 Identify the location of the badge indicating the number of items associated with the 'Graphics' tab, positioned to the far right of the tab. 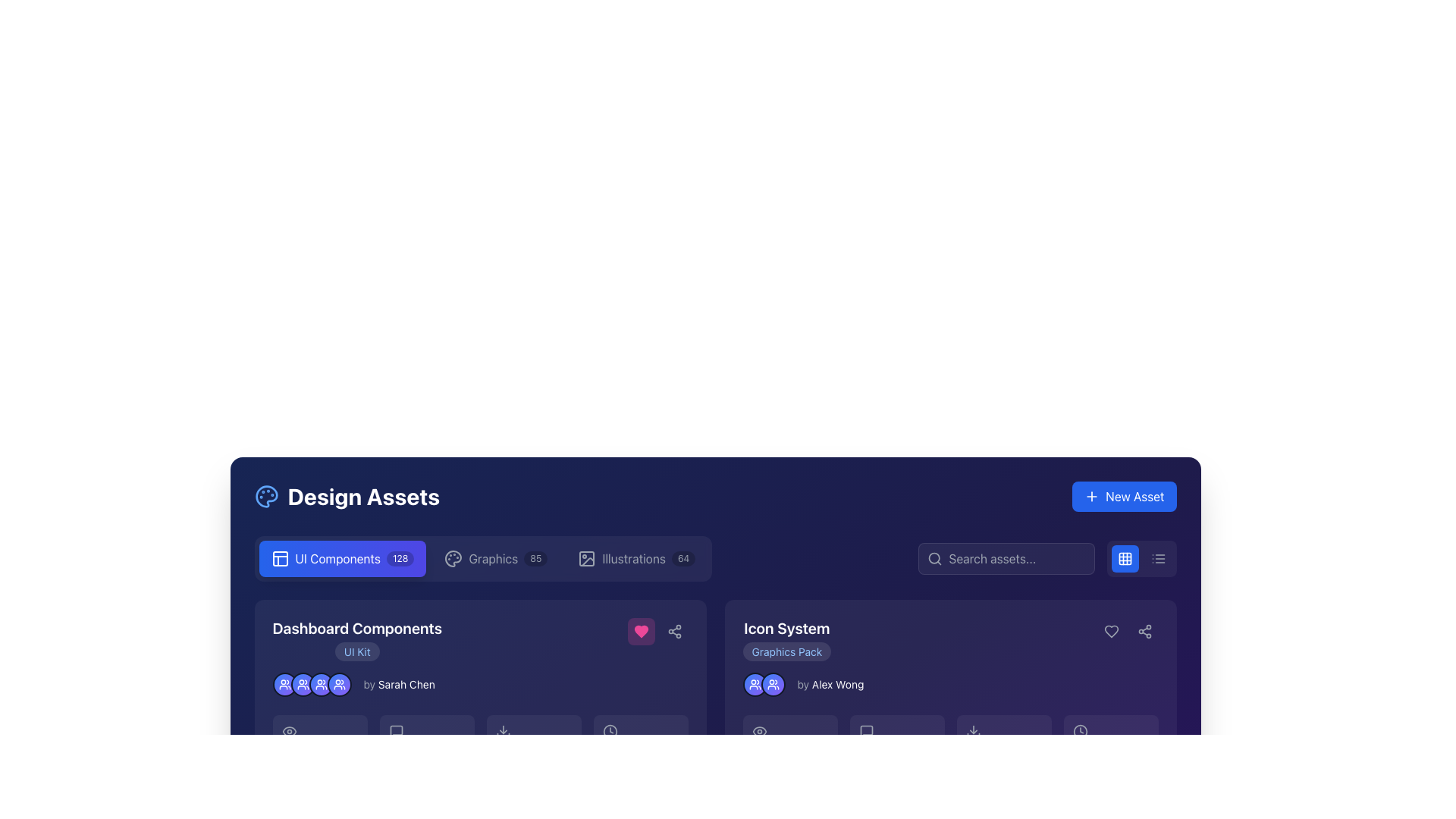
(535, 558).